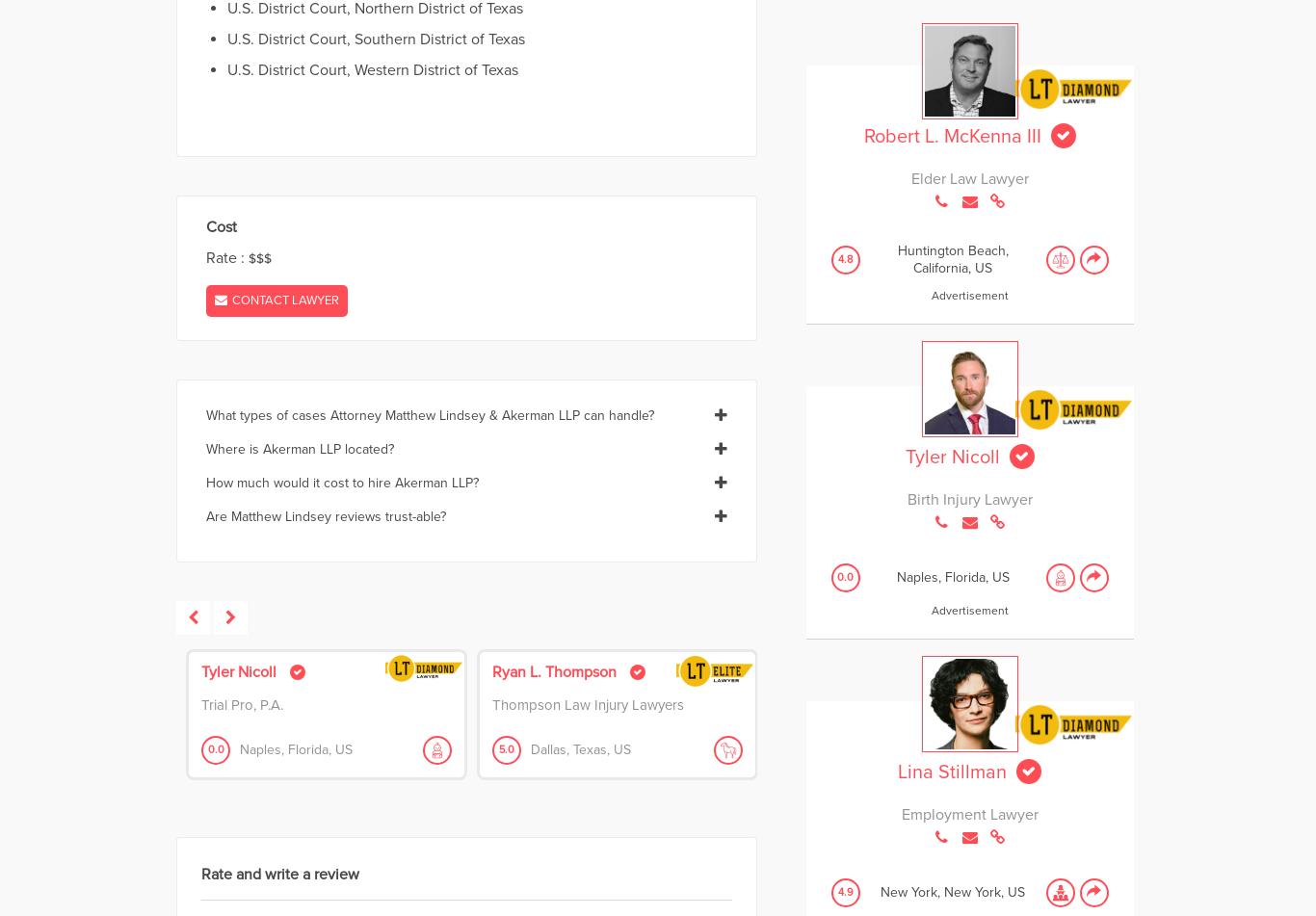 This screenshot has height=916, width=1316. I want to click on 'Elder Law Lawyer', so click(909, 179).